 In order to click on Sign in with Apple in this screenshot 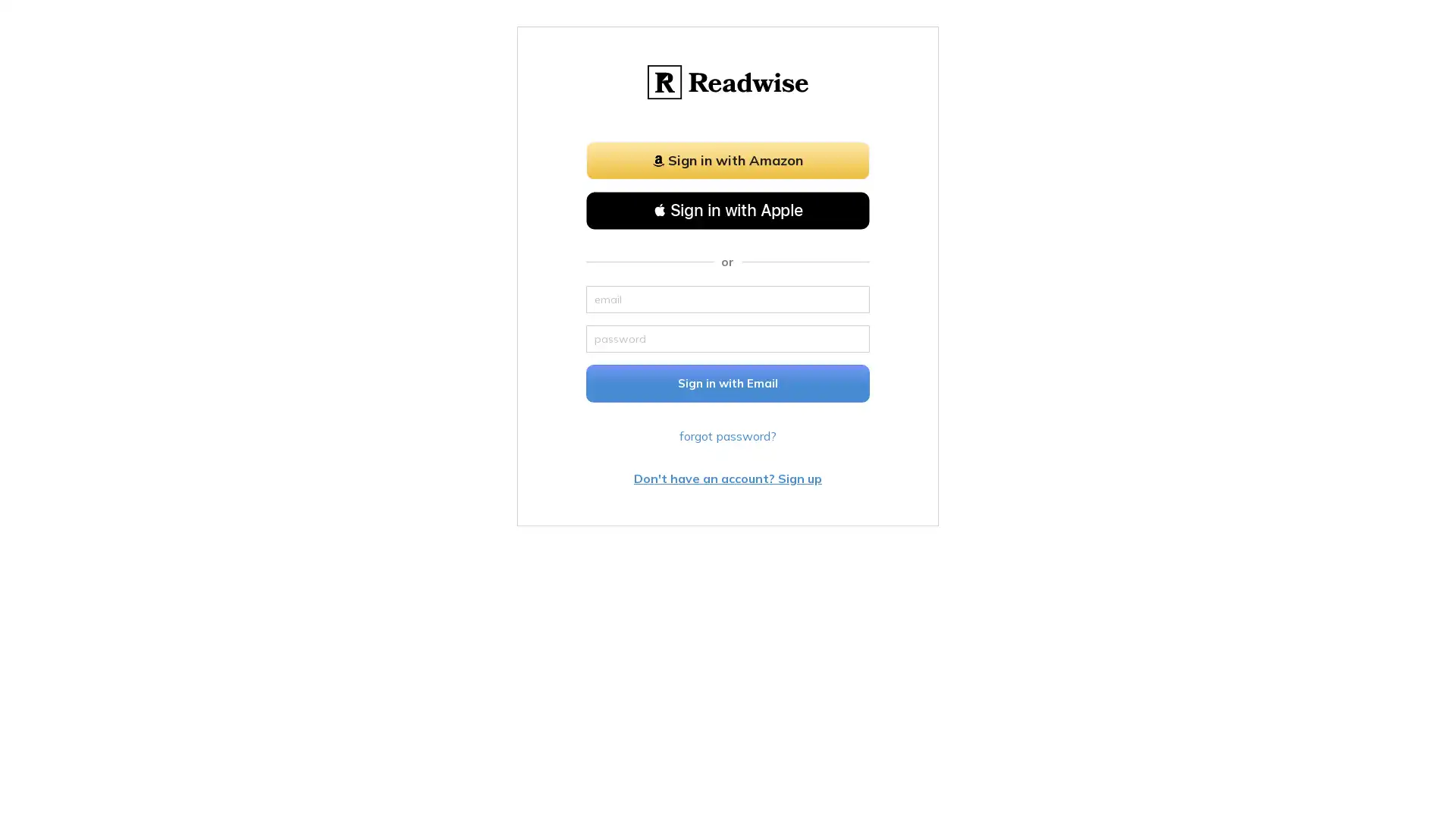, I will do `click(728, 210)`.